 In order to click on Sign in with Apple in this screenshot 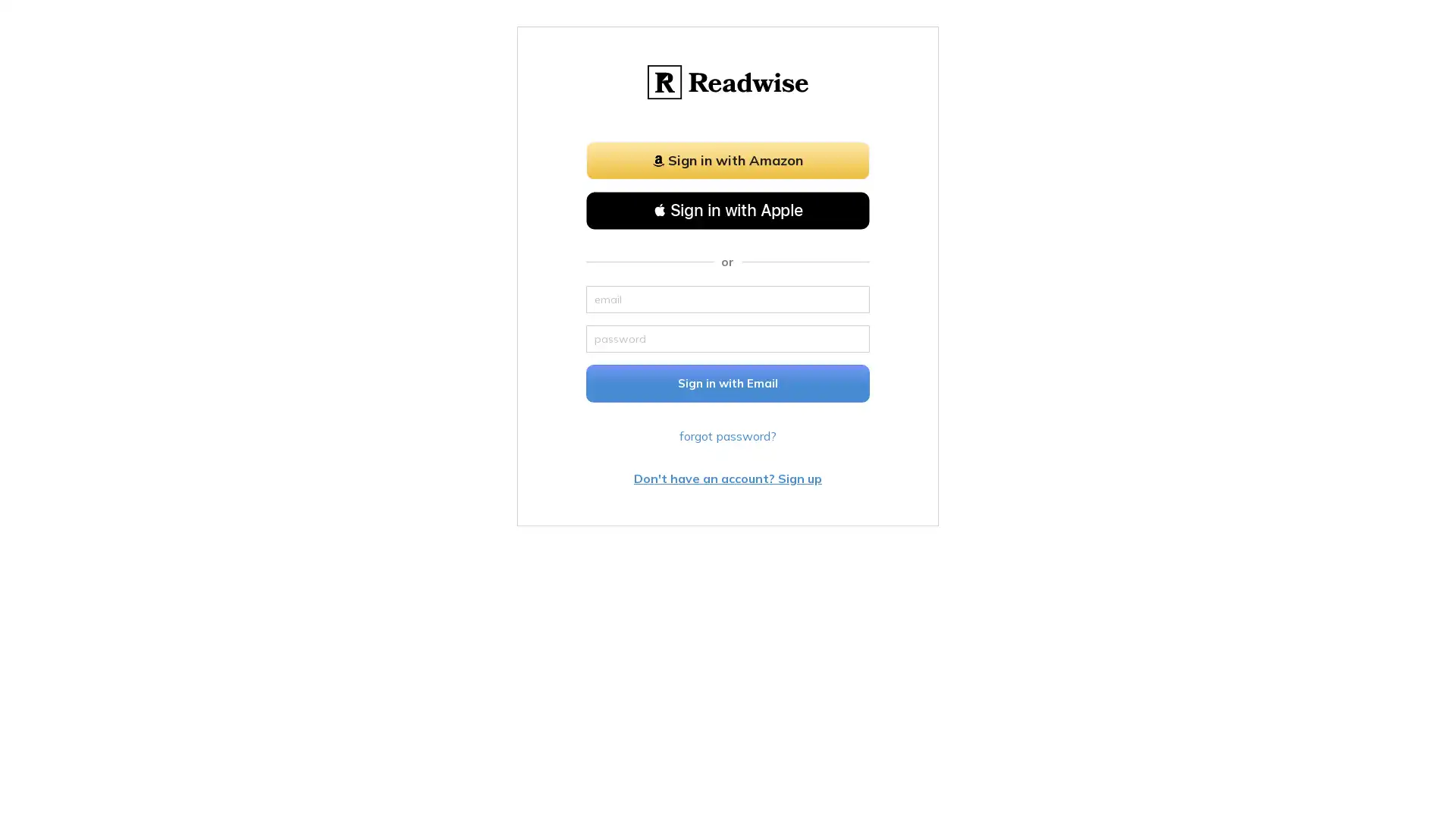, I will do `click(728, 210)`.